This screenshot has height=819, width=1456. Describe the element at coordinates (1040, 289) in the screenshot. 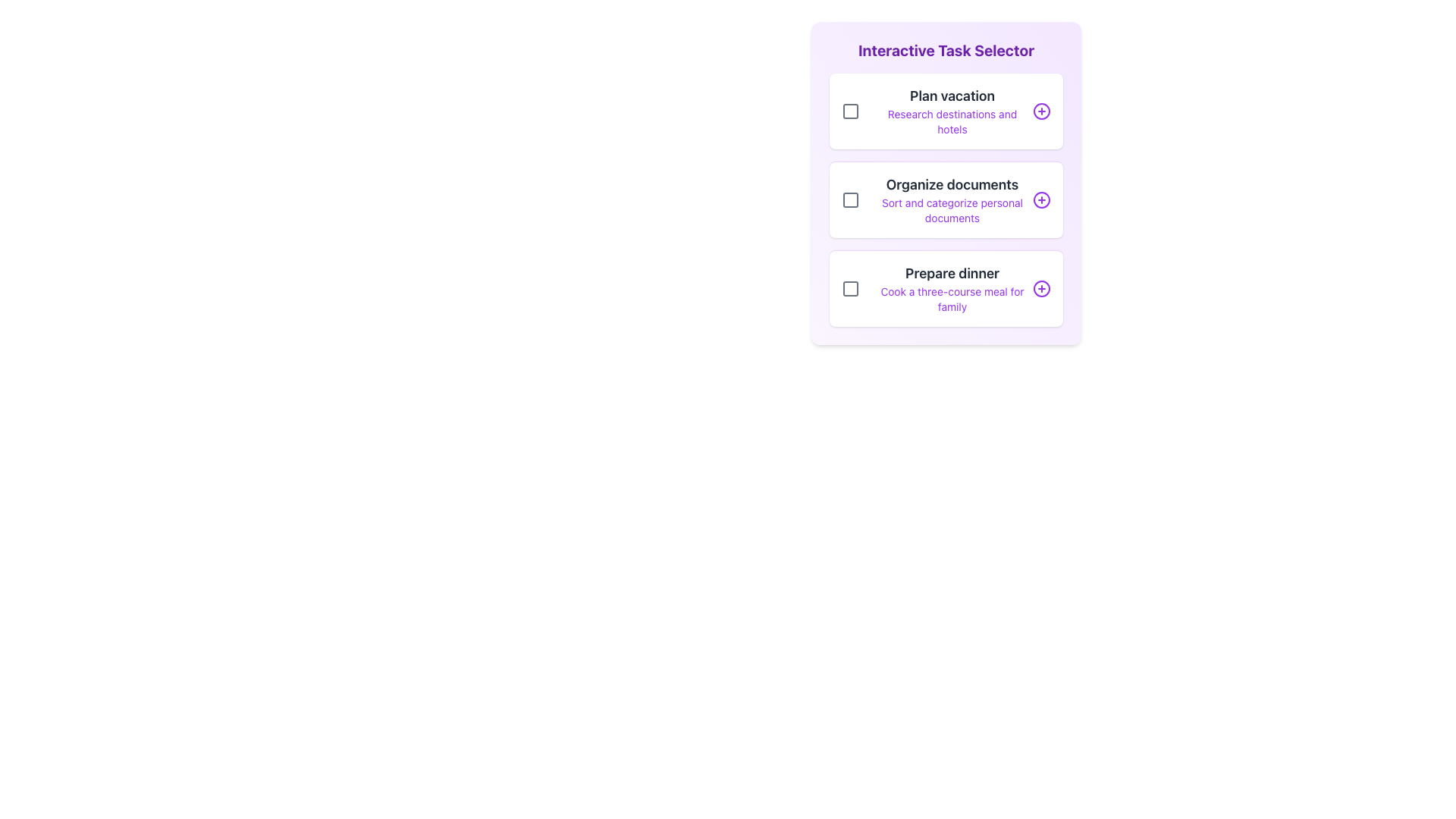

I see `the circular plus icon with a purple stroke located at the center of the plus-sign icon` at that location.